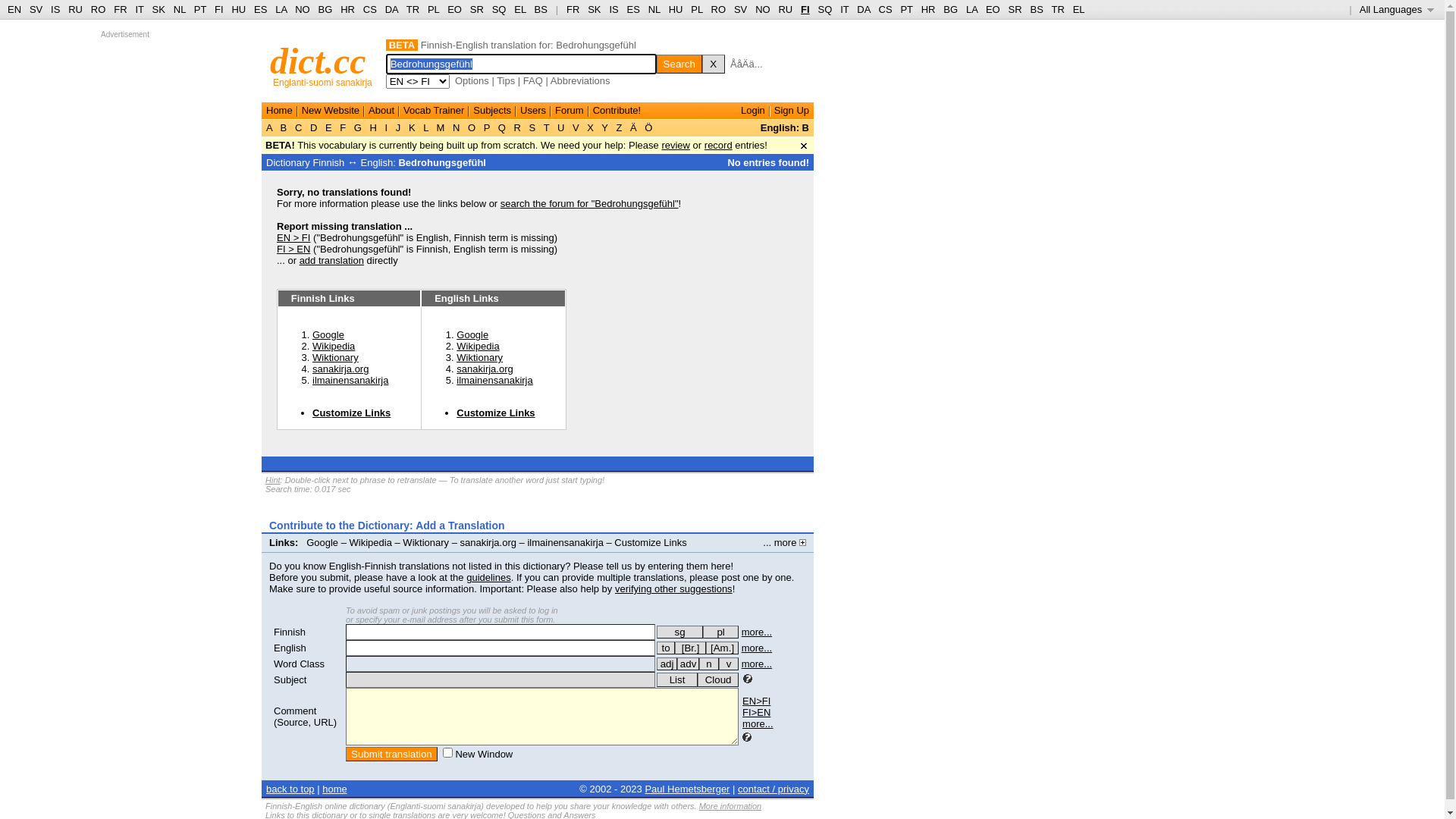 The height and width of the screenshot is (819, 1456). Describe the element at coordinates (572, 9) in the screenshot. I see `'FR'` at that location.